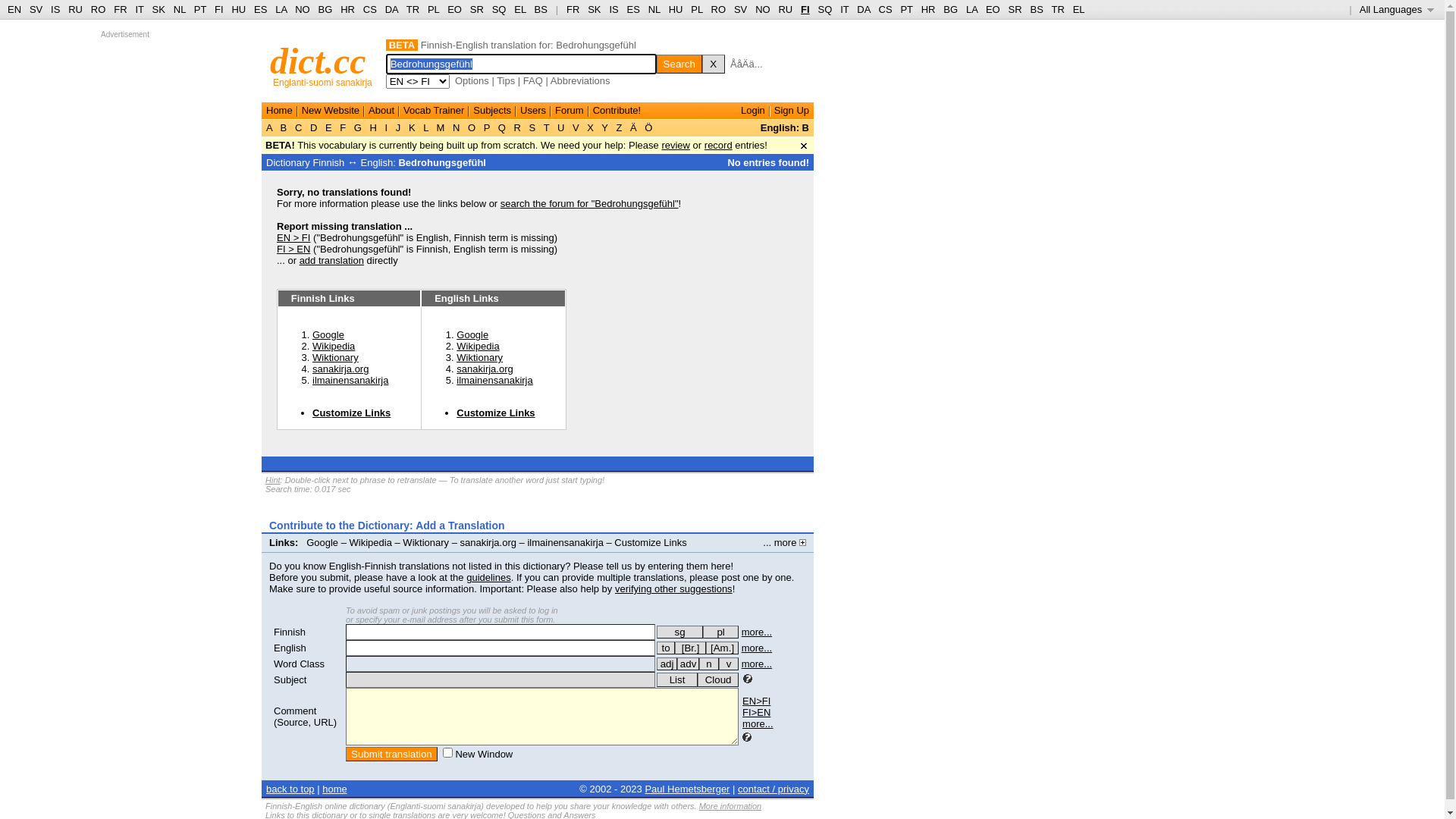 The height and width of the screenshot is (819, 1456). Describe the element at coordinates (572, 9) in the screenshot. I see `'FR'` at that location.